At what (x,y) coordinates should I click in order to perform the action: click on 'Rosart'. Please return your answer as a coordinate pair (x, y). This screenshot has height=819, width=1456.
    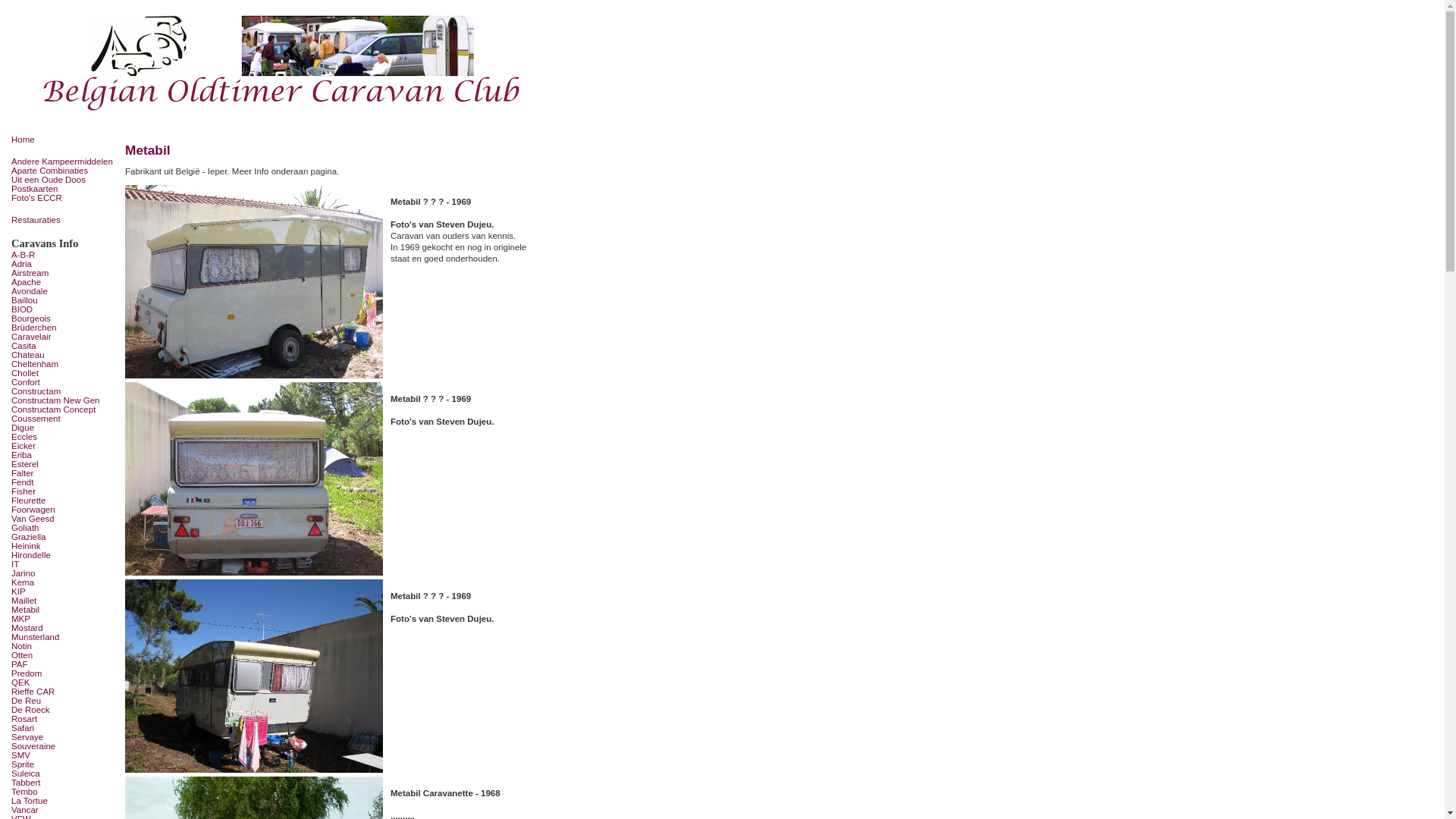
    Looking at the image, I should click on (11, 718).